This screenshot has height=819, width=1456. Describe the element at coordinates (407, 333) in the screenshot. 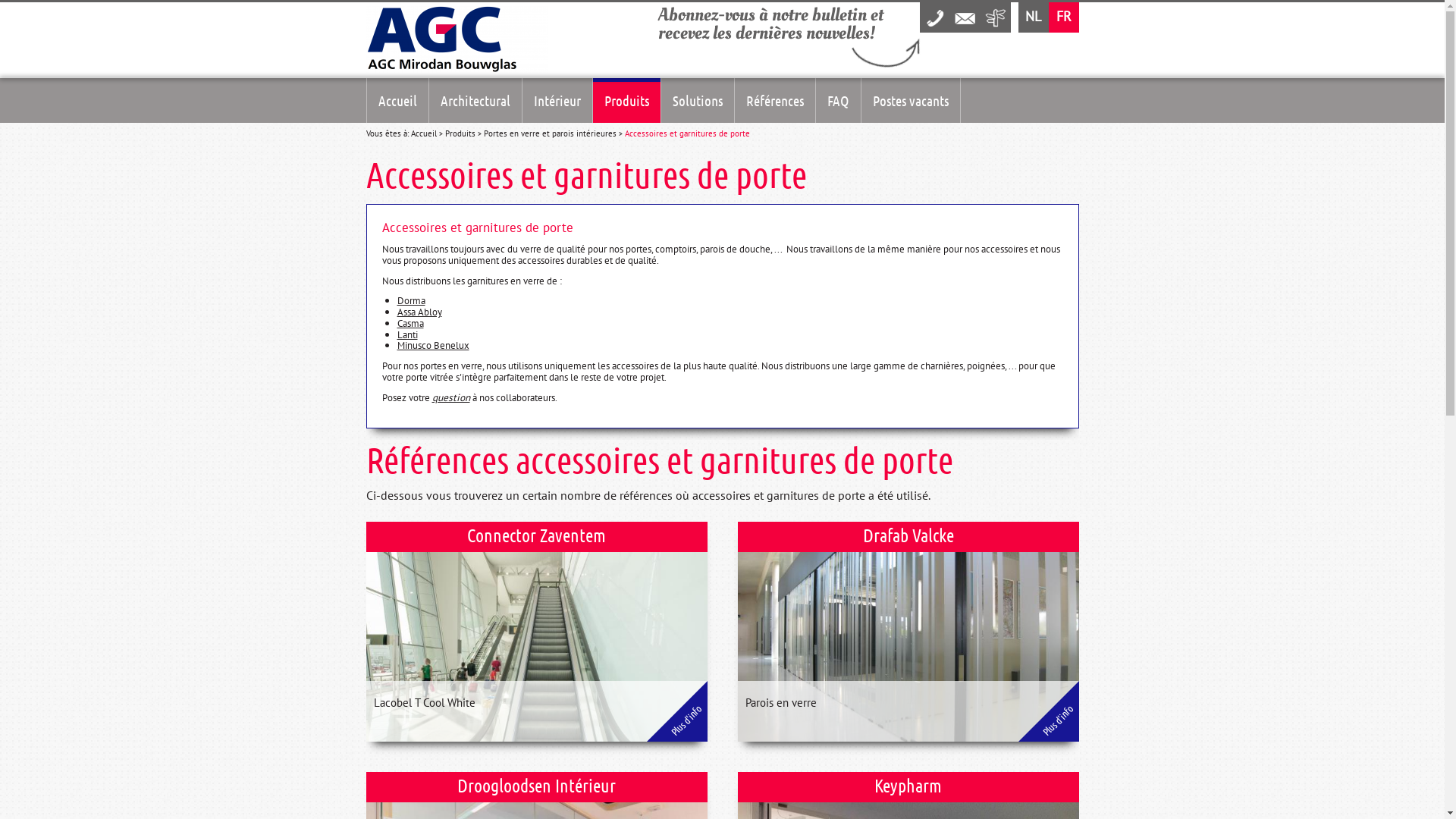

I see `'Lanti'` at that location.